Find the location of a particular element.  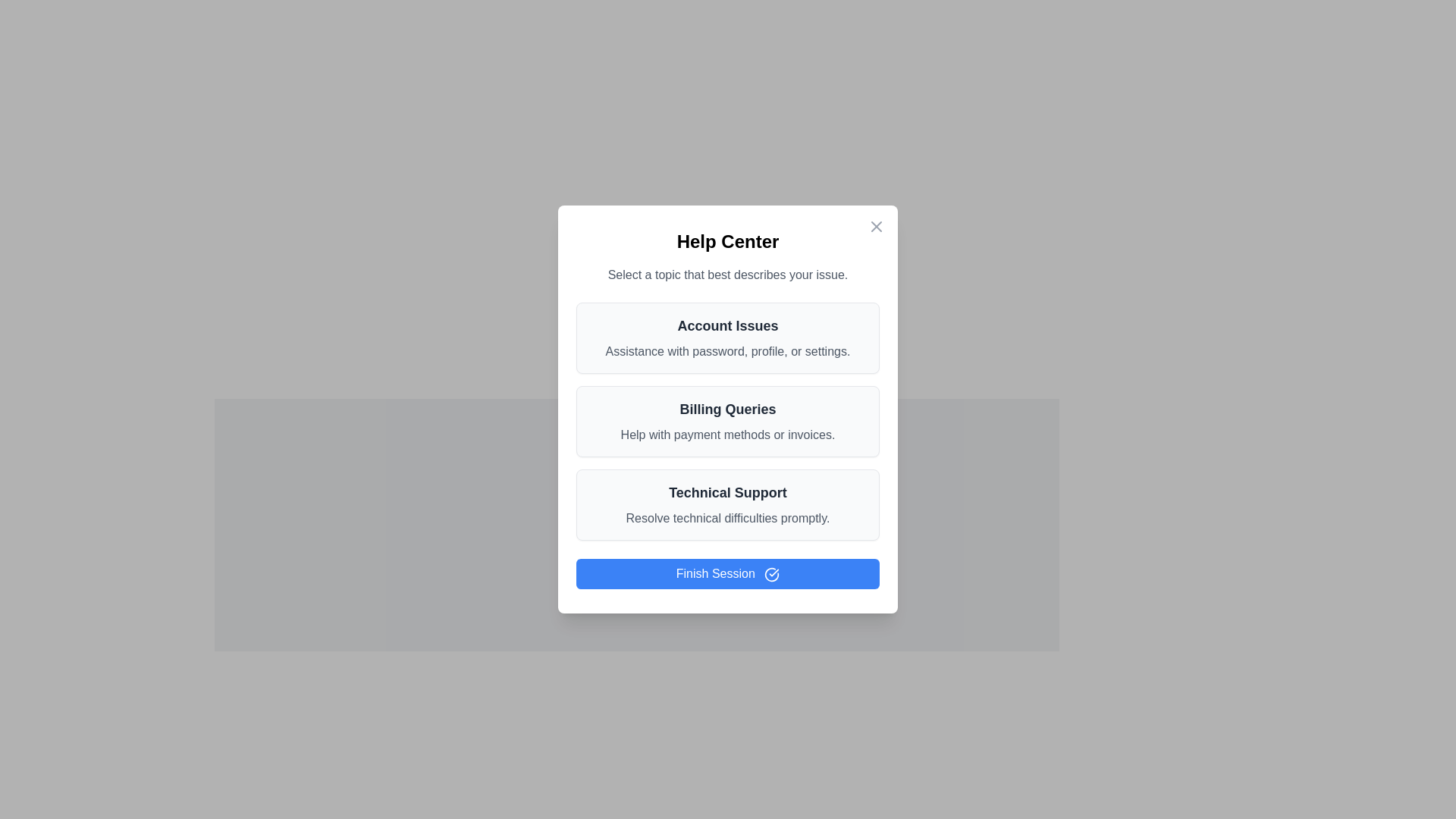

the confirmation icon indicating the completion of the 'Finish Session' button located at the bottom right of the Help Center dialog is located at coordinates (772, 574).